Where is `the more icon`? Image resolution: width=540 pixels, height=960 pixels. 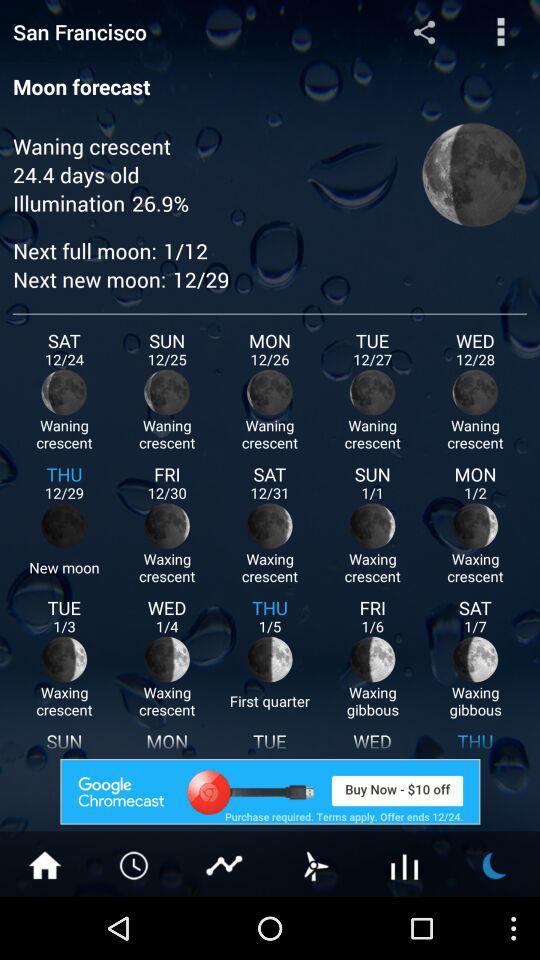
the more icon is located at coordinates (500, 33).